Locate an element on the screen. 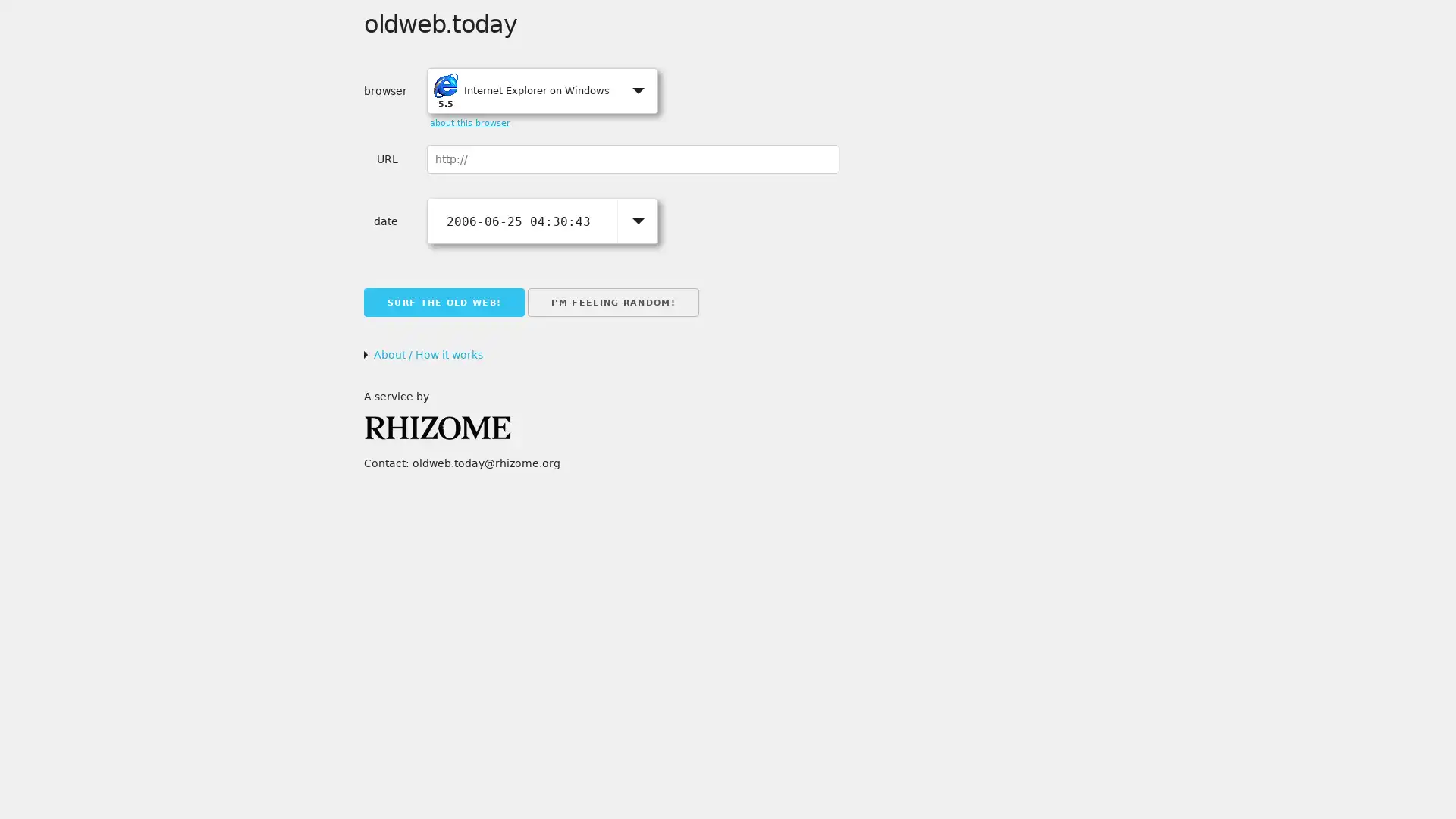 Image resolution: width=1456 pixels, height=819 pixels. SURF THE OLD WEB! is located at coordinates (443, 302).